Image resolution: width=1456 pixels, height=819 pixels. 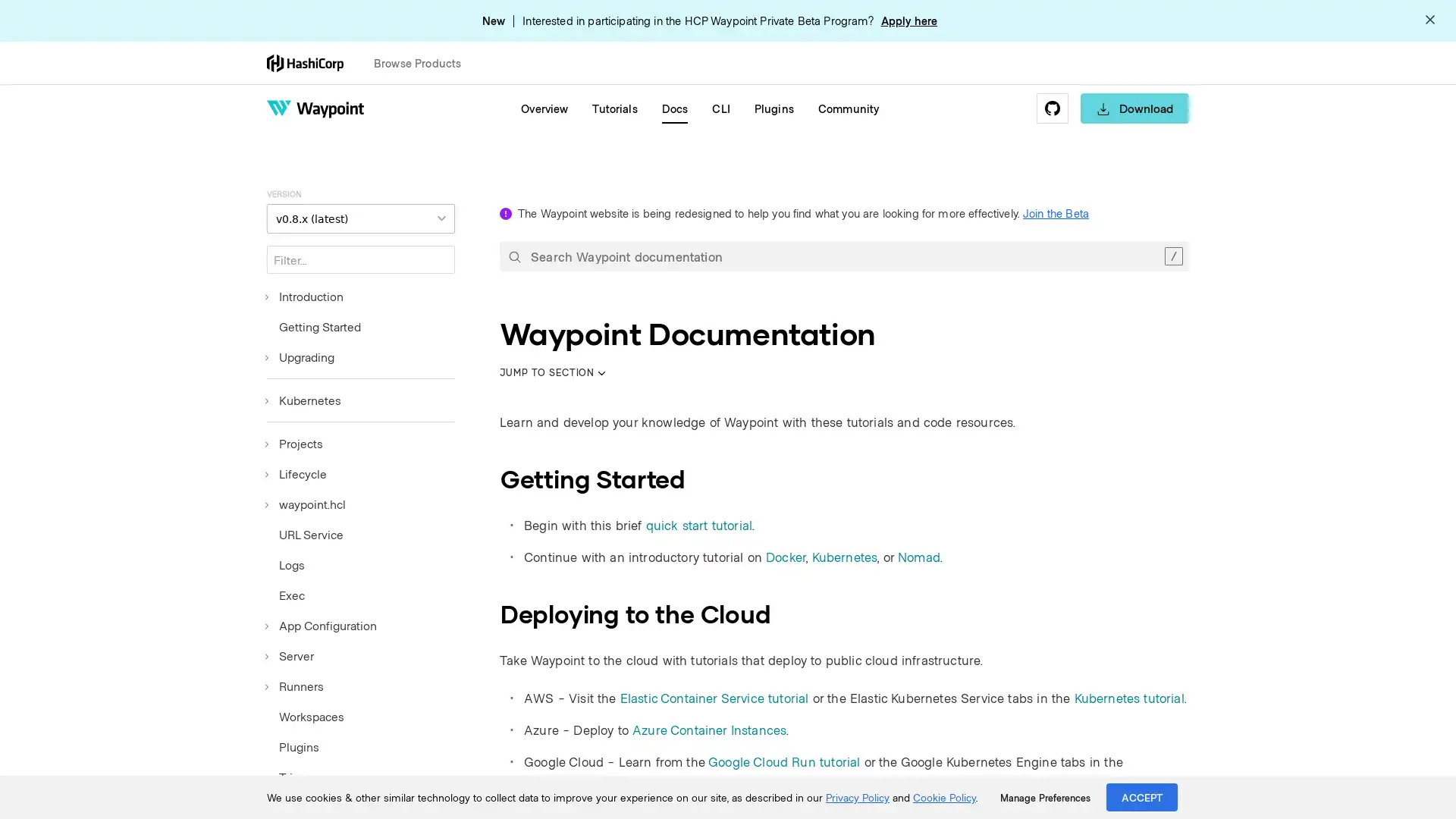 What do you see at coordinates (359, 218) in the screenshot?
I see `VERSION` at bounding box center [359, 218].